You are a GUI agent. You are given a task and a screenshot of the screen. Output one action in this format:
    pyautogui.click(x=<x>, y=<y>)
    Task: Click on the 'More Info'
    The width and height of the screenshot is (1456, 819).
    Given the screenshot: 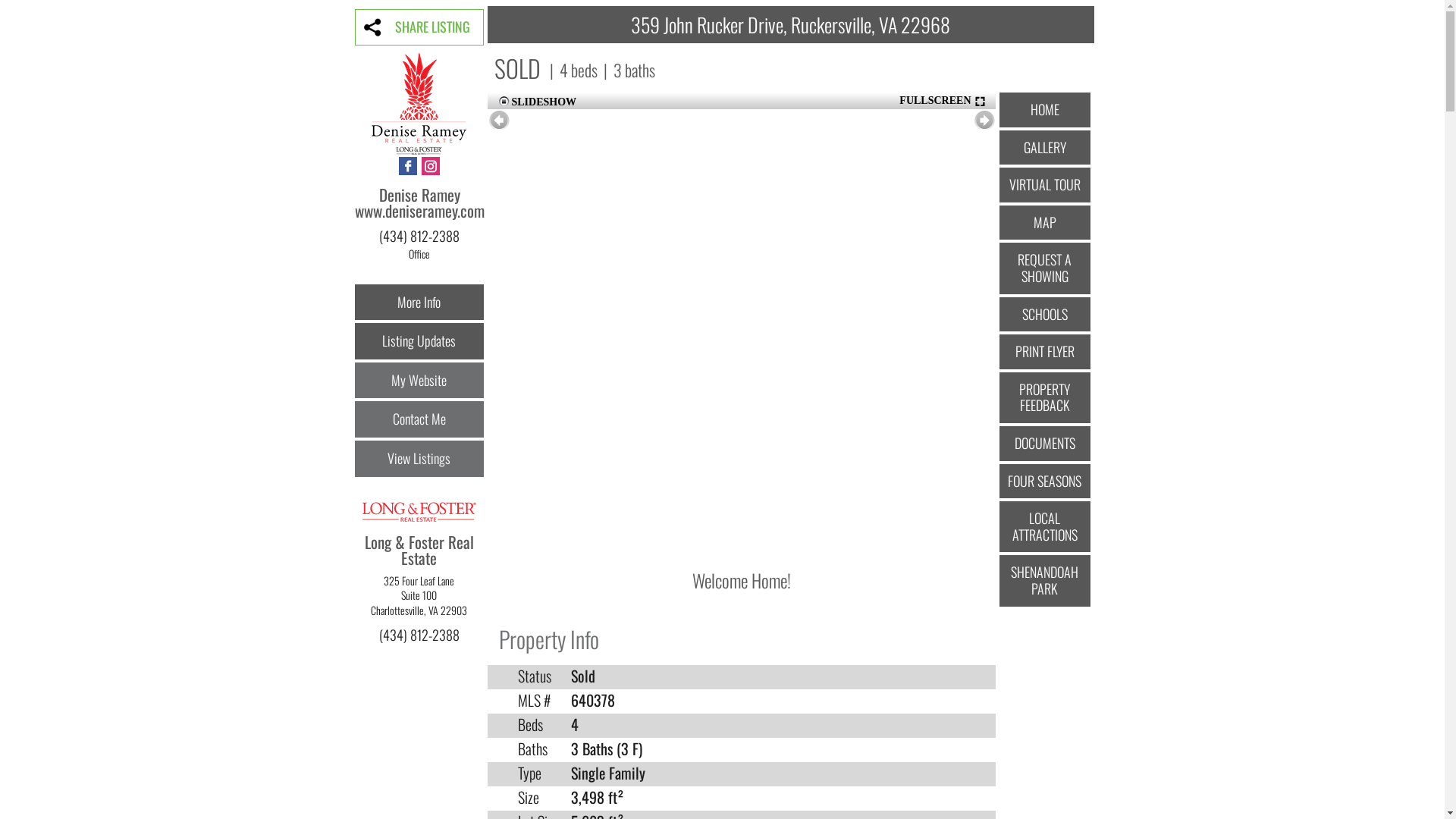 What is the action you would take?
    pyautogui.click(x=419, y=302)
    